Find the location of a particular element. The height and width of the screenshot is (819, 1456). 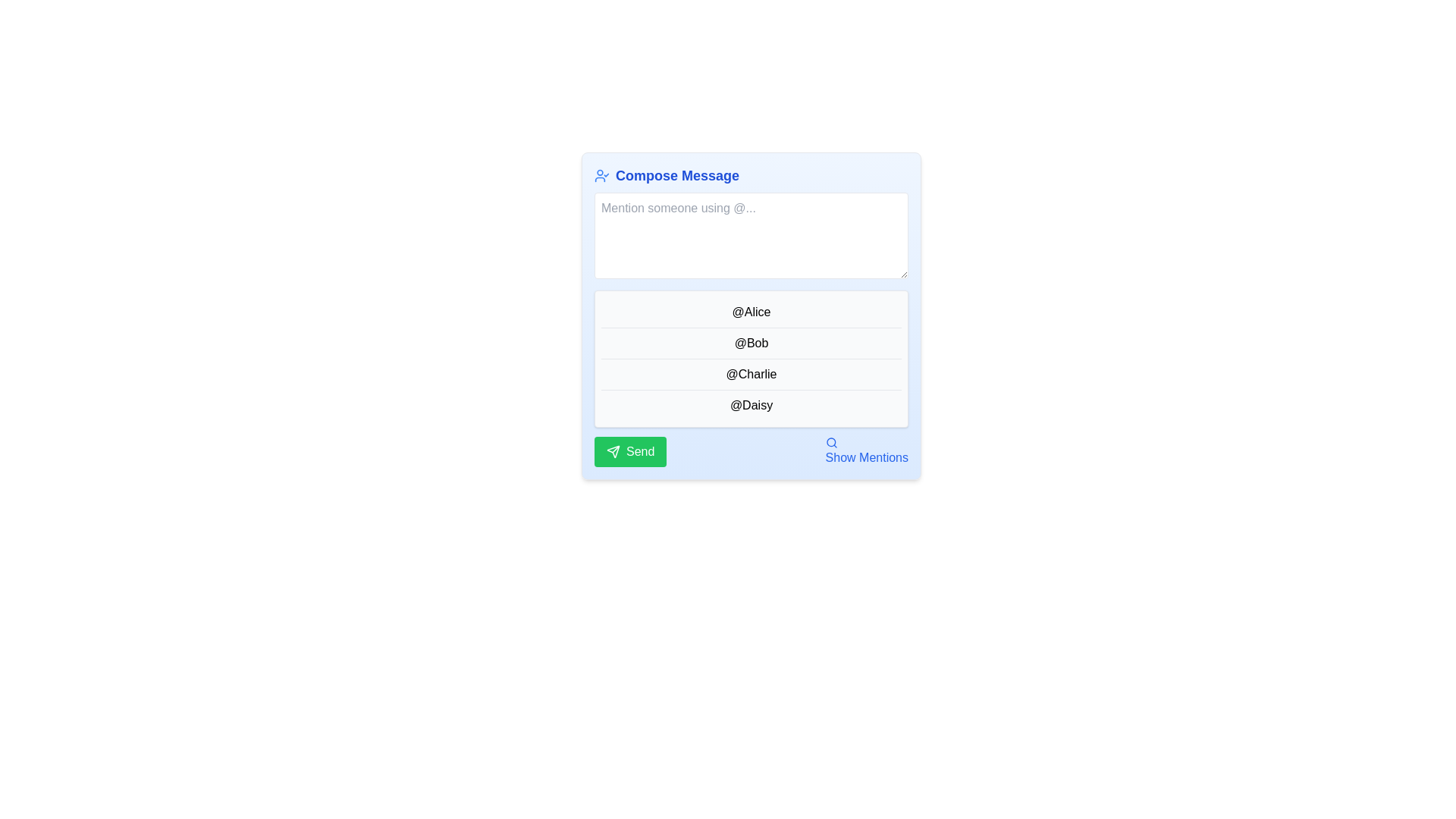

the 'Compose Message' text label, which is styled in bold and large blue font and located next to a blue user interaction icon in the header of the message composition interface is located at coordinates (676, 174).